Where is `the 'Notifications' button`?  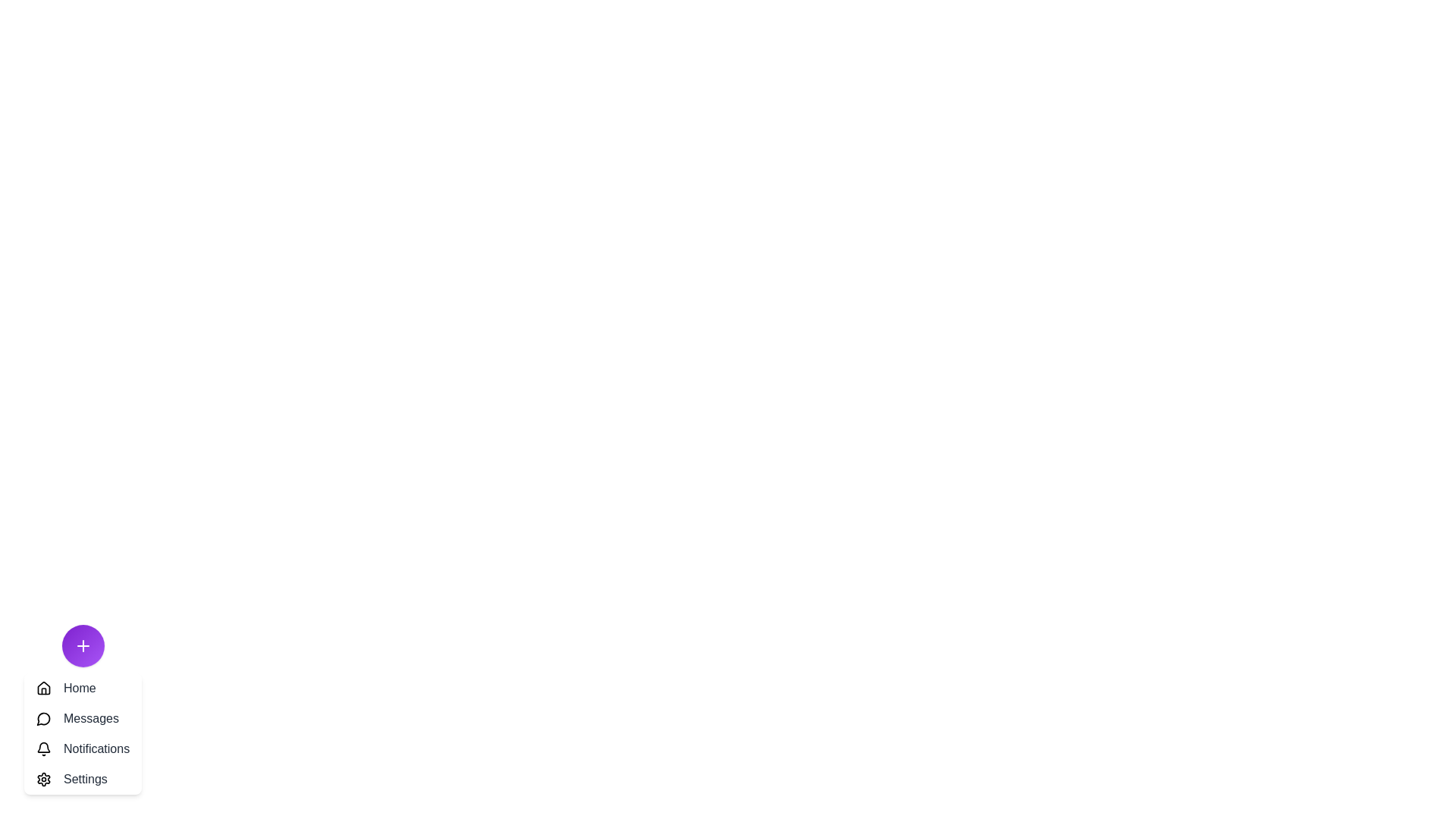 the 'Notifications' button is located at coordinates (82, 748).